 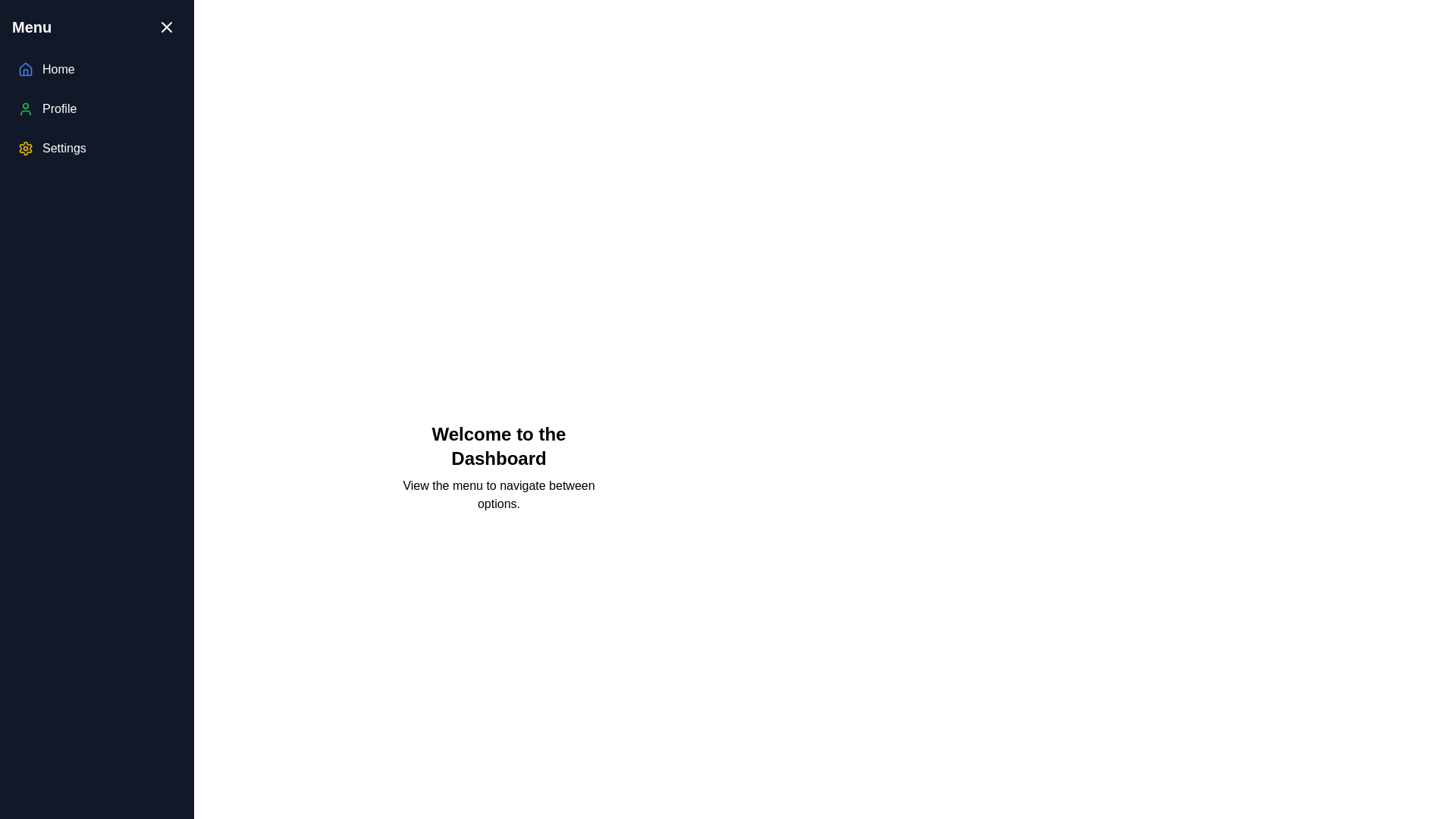 What do you see at coordinates (498, 494) in the screenshot?
I see `text block that provides additional context or instructions to the user, located below the 'Welcome to the Dashboard' header` at bounding box center [498, 494].